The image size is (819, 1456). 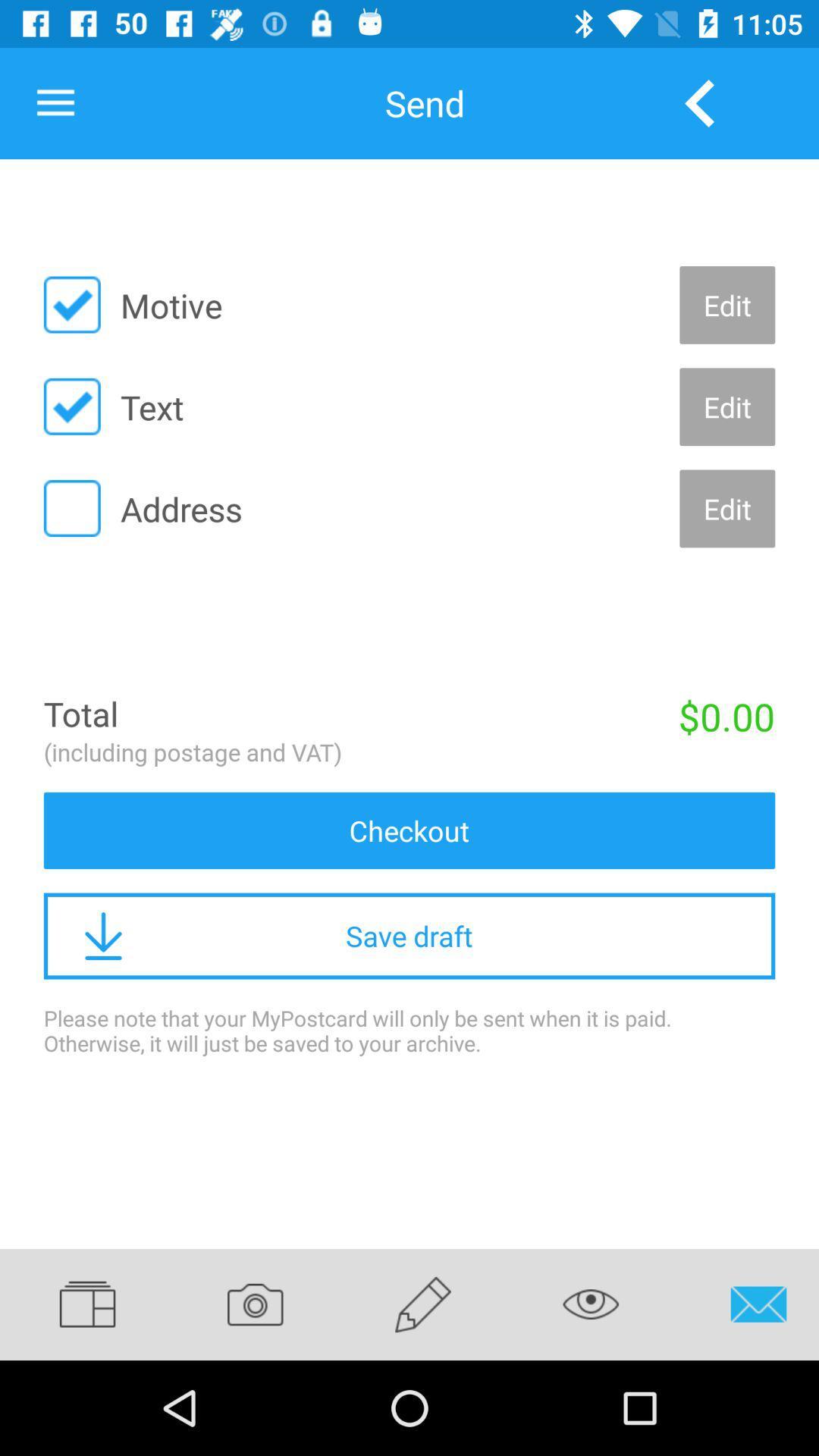 What do you see at coordinates (699, 102) in the screenshot?
I see `the icon above edit` at bounding box center [699, 102].